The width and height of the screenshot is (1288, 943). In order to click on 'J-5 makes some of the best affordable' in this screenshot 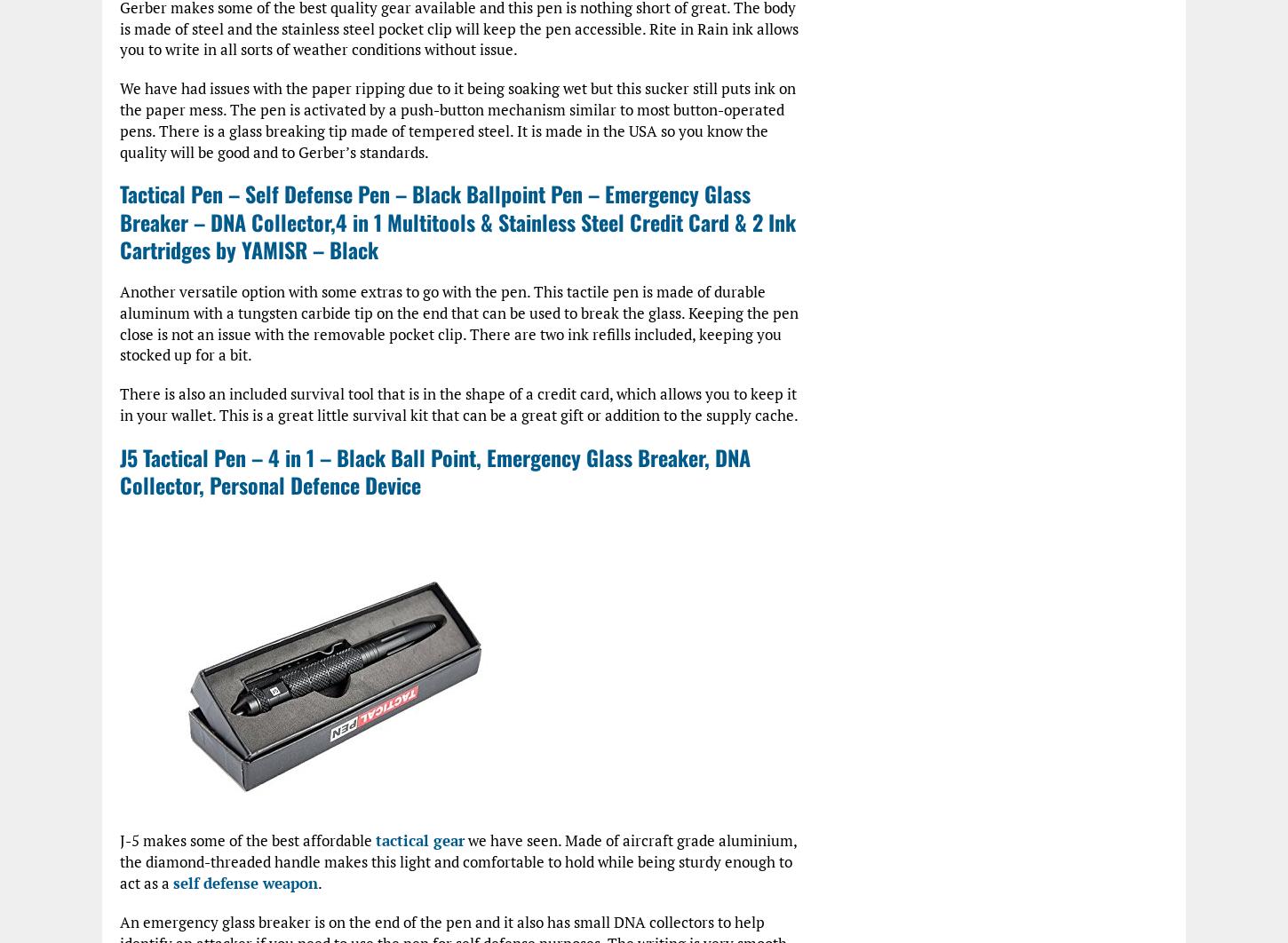, I will do `click(247, 839)`.